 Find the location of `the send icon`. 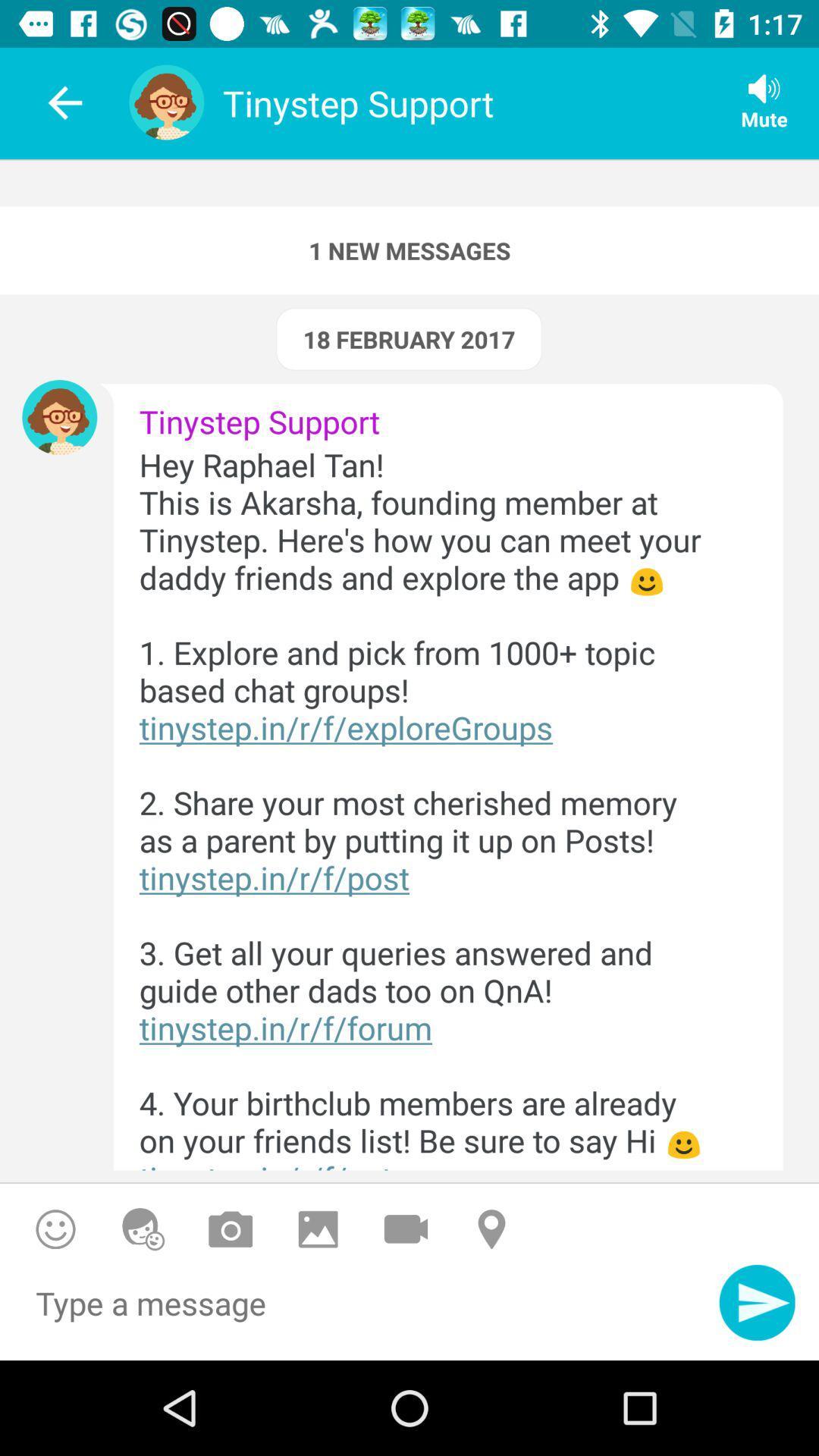

the send icon is located at coordinates (757, 1301).